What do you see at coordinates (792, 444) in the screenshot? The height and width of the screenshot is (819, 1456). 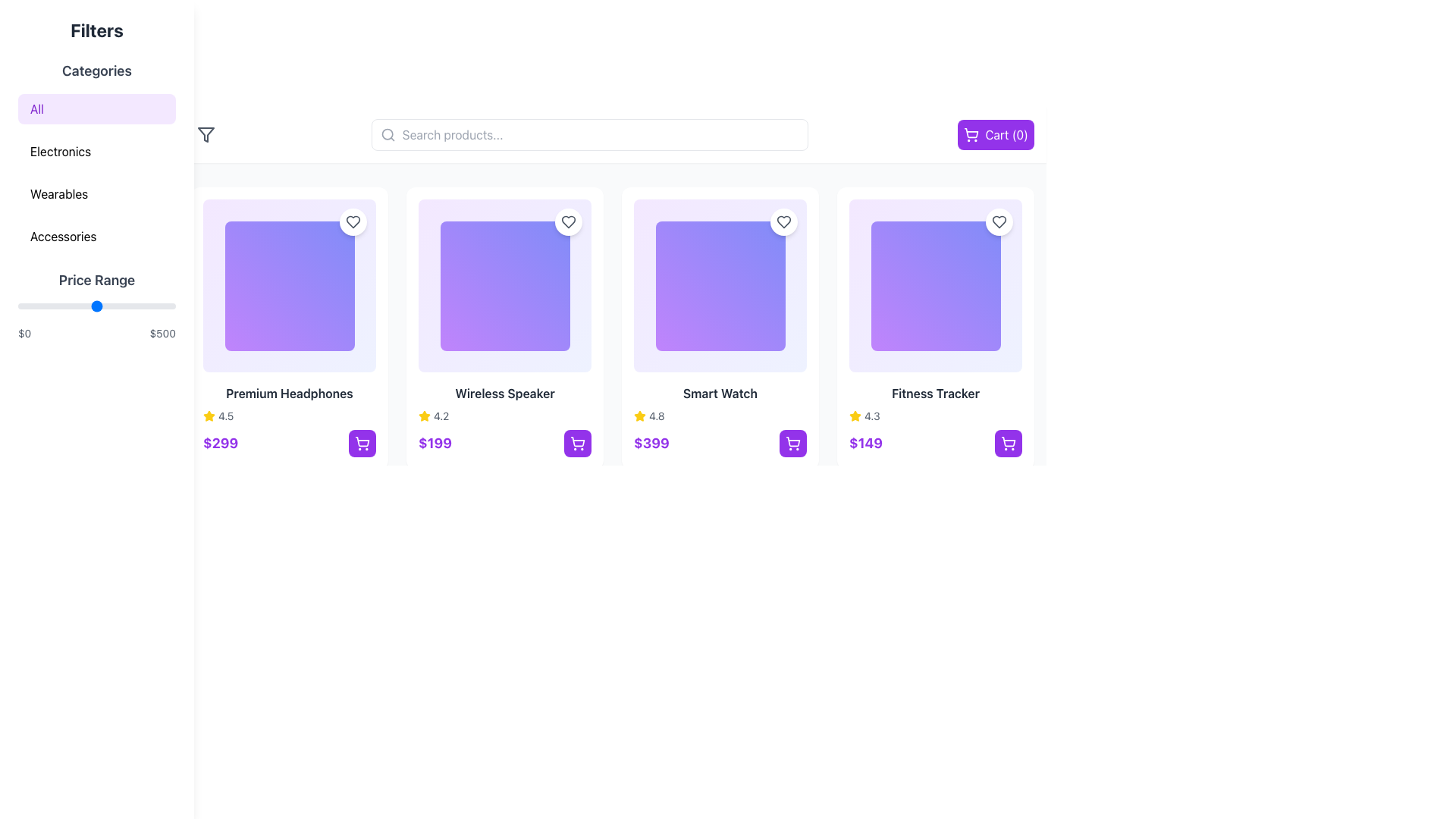 I see `the 'Add to Cart' button located at the bottom-right corner of the 'Smart Watch' product card, next to the price label ('$399')` at bounding box center [792, 444].